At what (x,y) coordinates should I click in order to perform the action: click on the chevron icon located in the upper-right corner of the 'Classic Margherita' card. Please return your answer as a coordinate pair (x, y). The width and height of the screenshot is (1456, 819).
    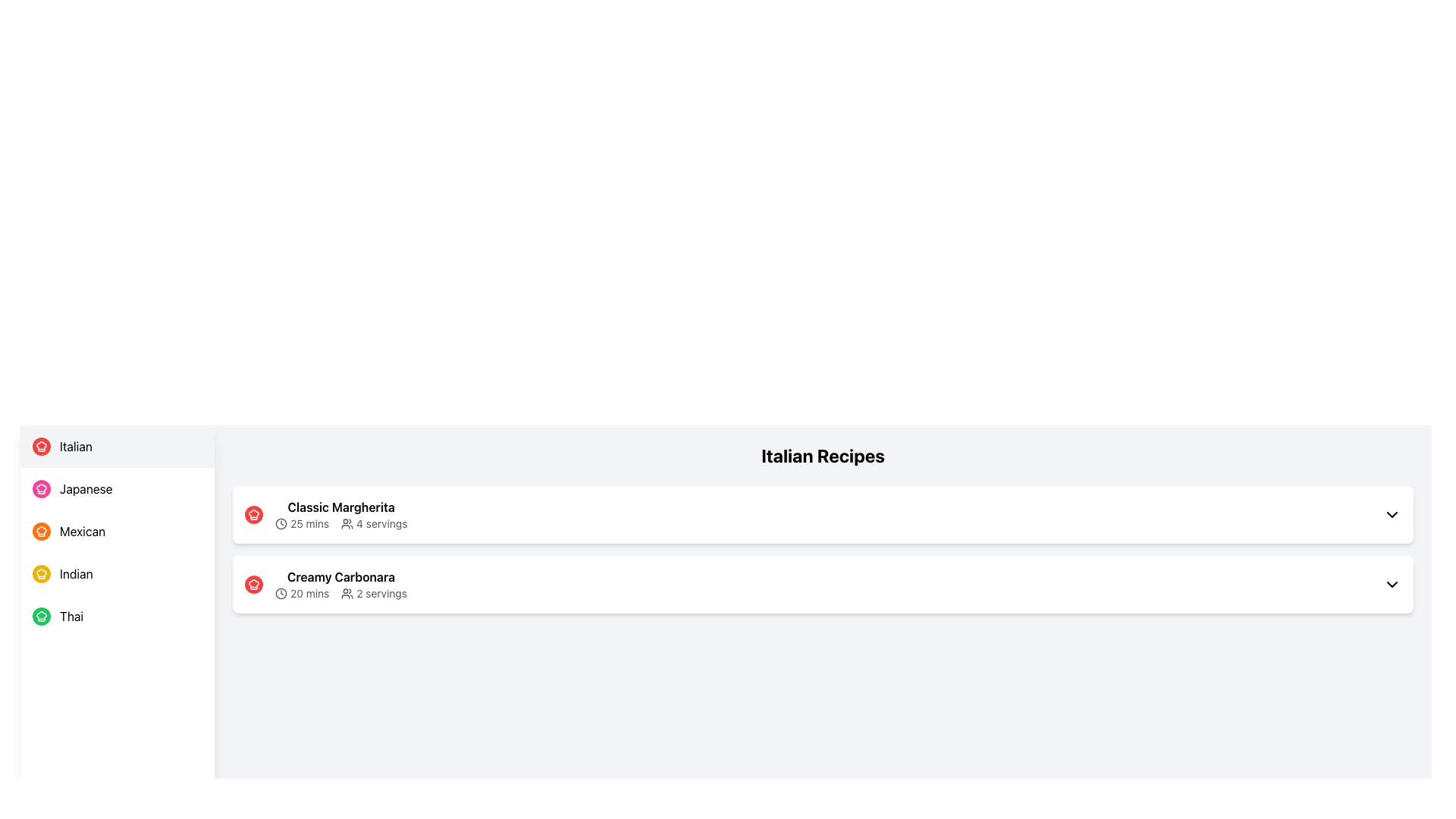
    Looking at the image, I should click on (1392, 513).